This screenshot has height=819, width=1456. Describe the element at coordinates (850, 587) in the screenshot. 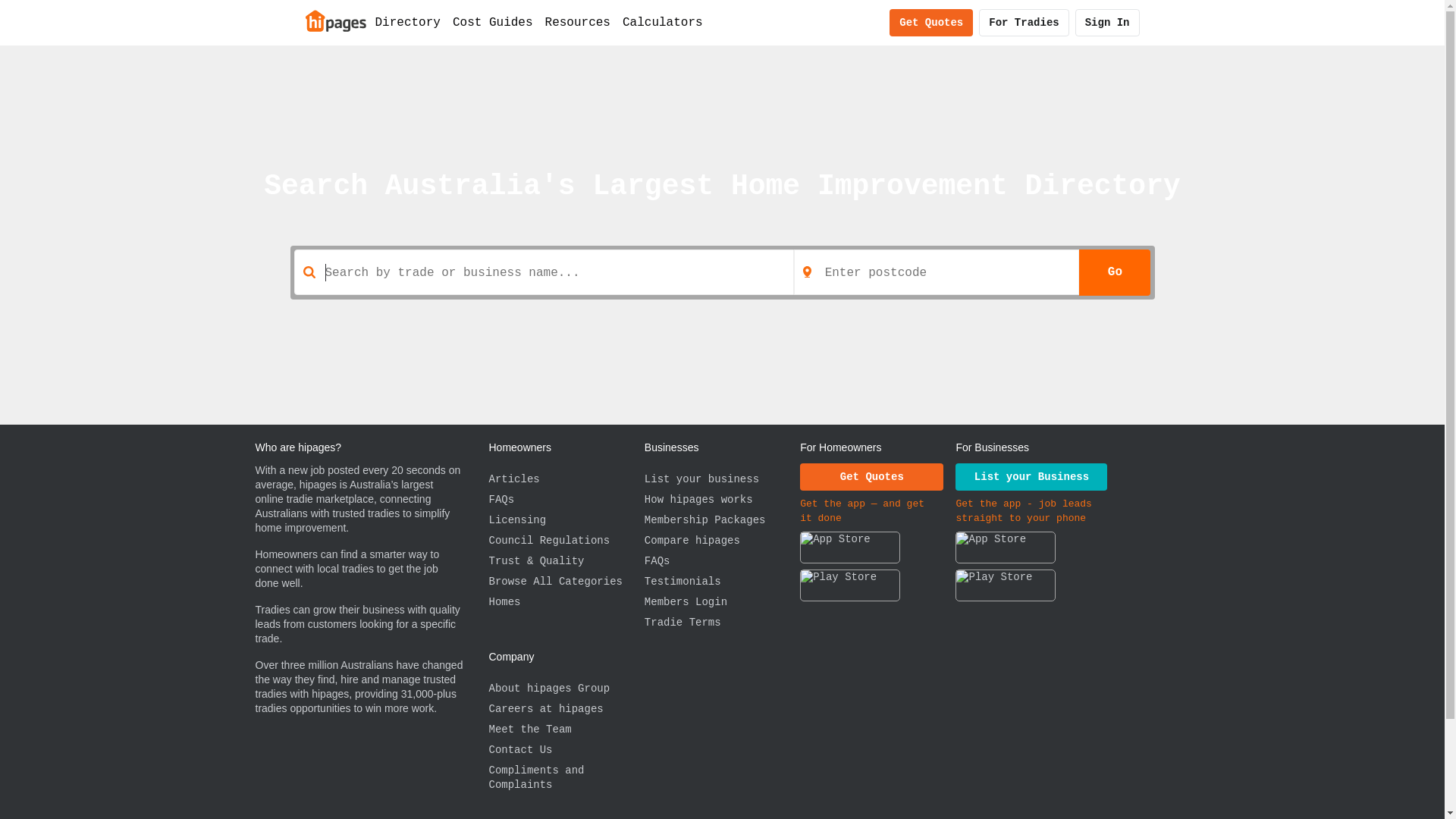

I see `'Download the hipages app on Google Play'` at that location.